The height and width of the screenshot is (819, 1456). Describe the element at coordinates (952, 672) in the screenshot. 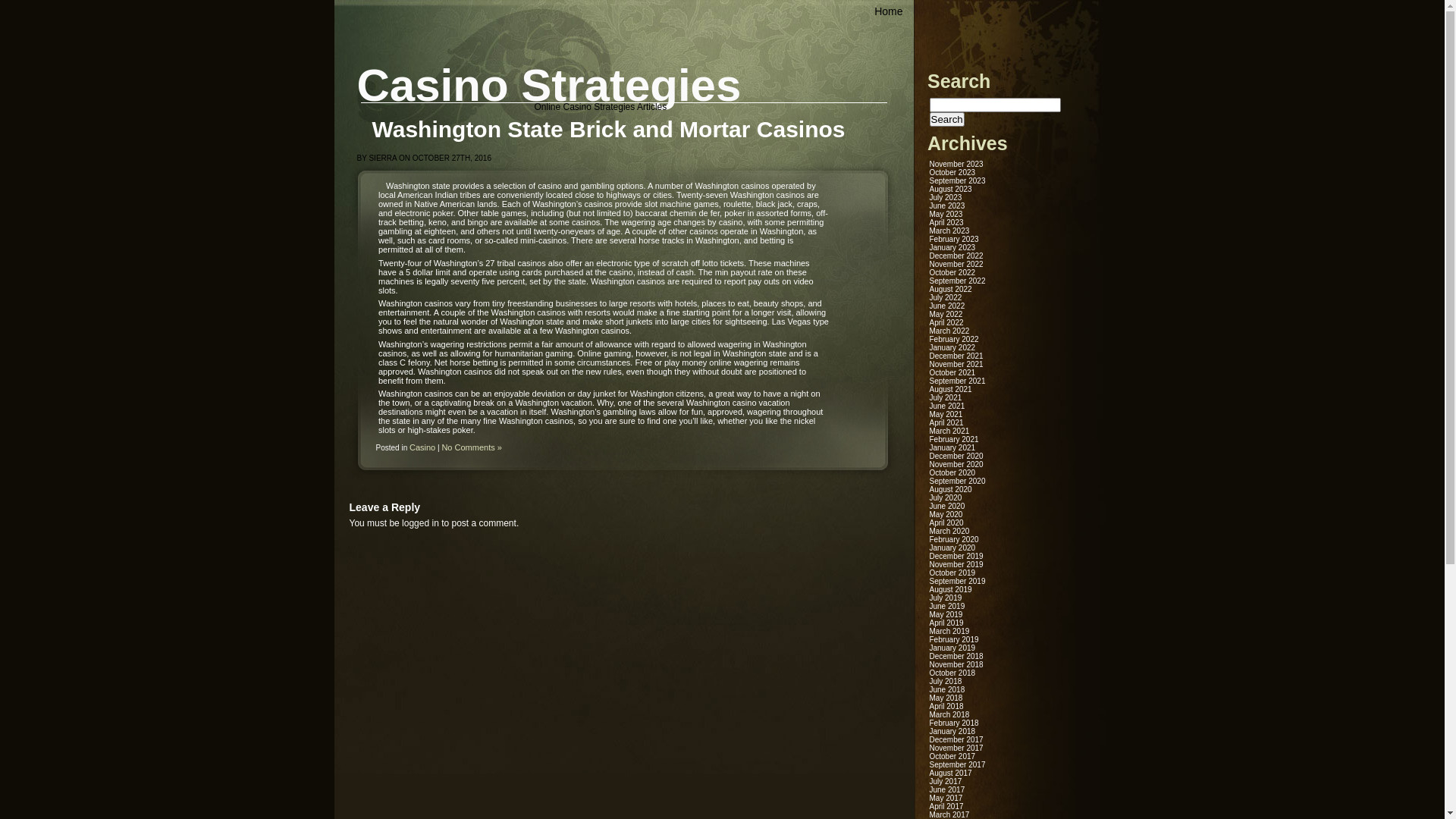

I see `'October 2018'` at that location.